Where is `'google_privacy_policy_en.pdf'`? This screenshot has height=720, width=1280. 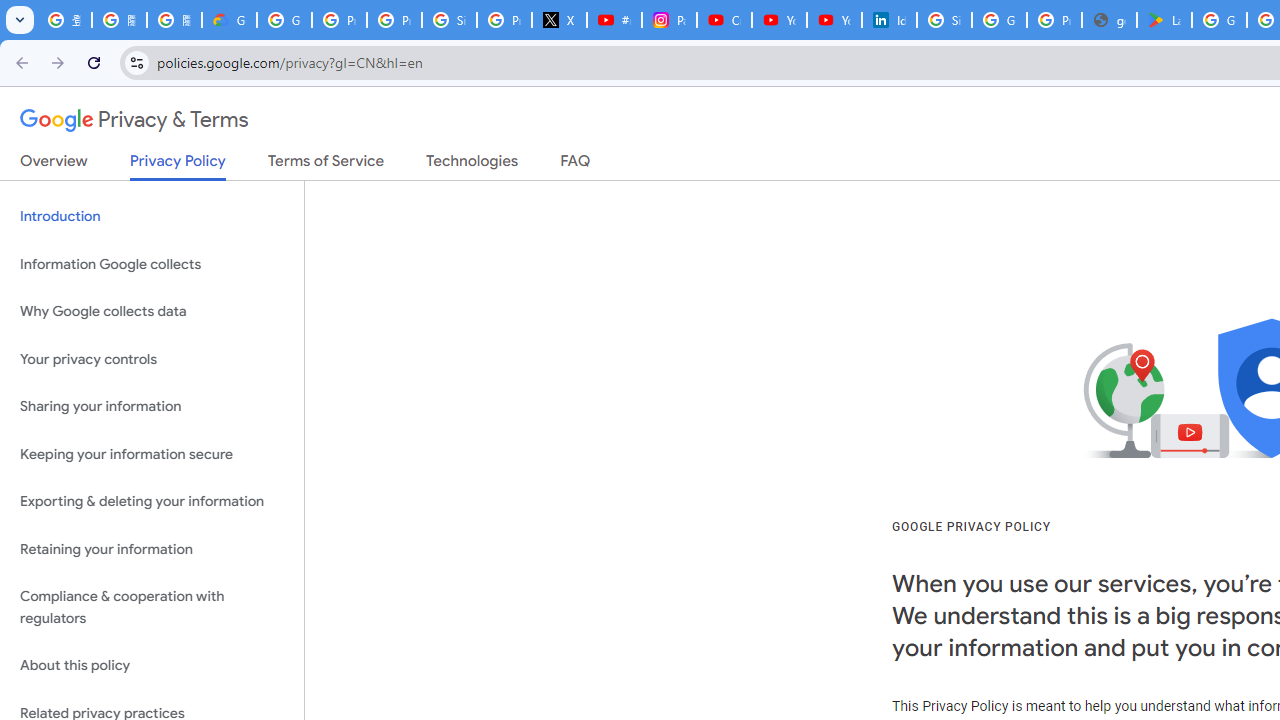 'google_privacy_policy_en.pdf' is located at coordinates (1108, 20).